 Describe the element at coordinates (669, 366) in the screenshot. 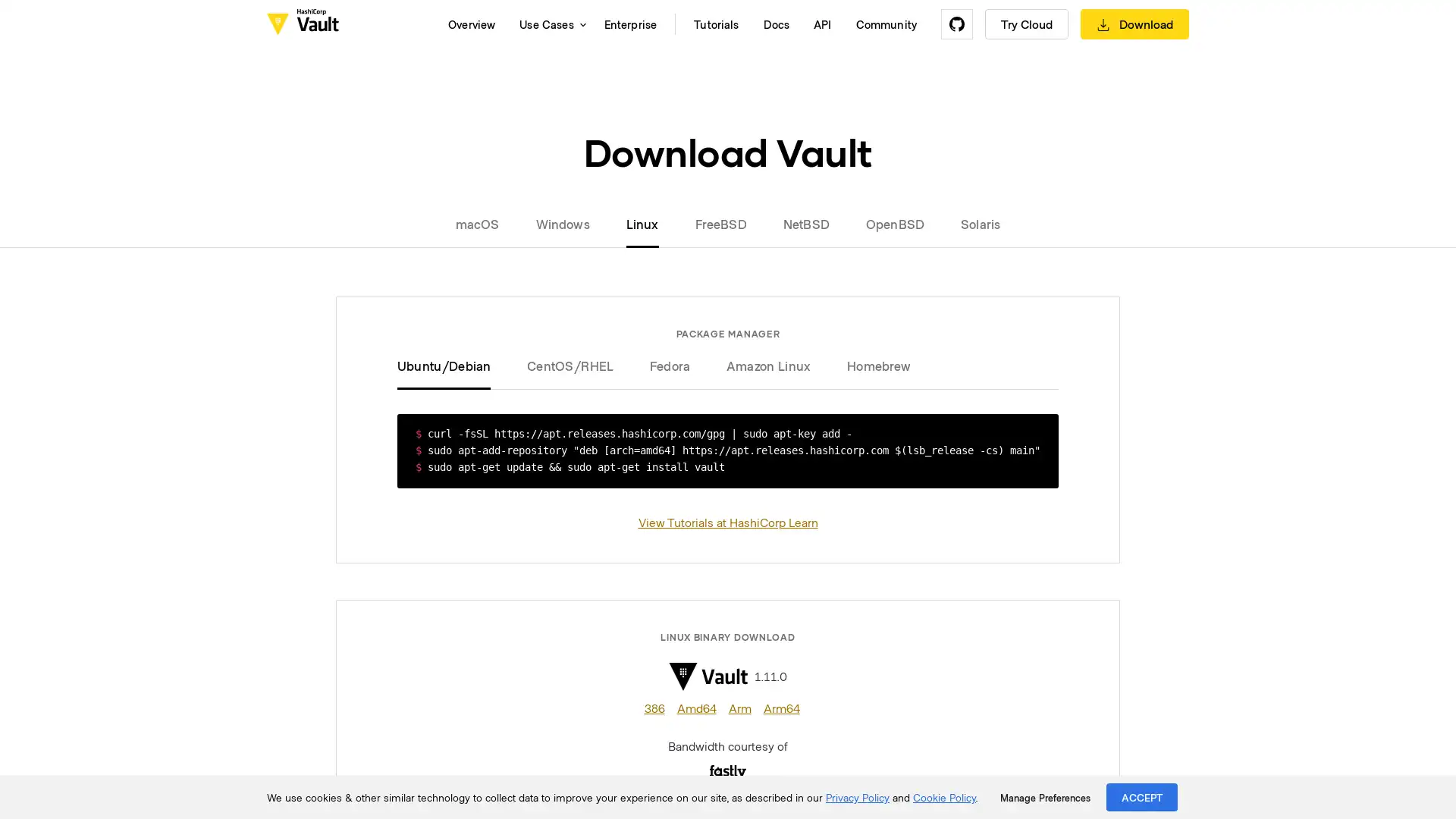

I see `Fedora` at that location.